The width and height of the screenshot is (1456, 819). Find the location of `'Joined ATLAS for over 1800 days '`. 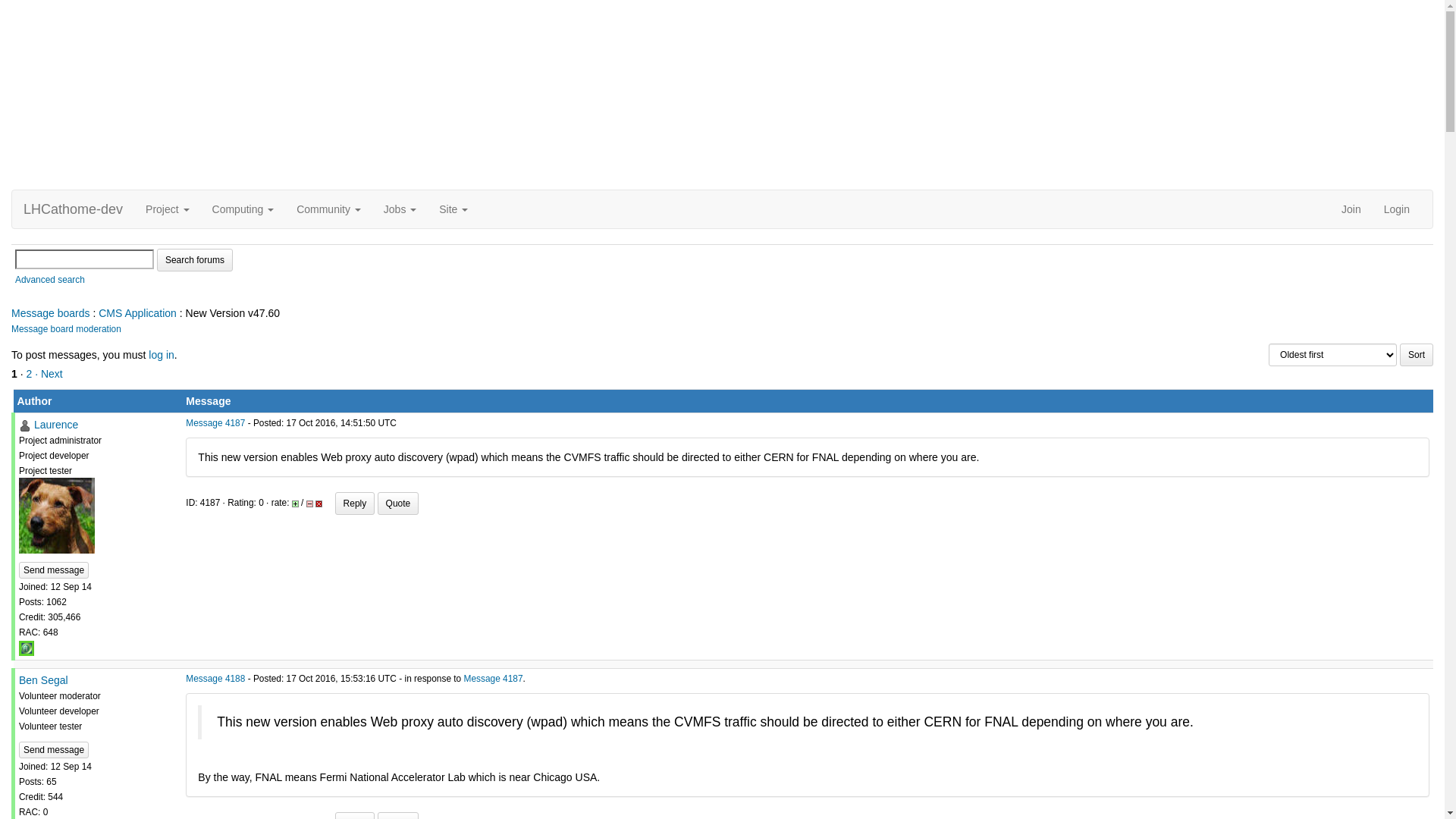

'Joined ATLAS for over 1800 days ' is located at coordinates (18, 648).